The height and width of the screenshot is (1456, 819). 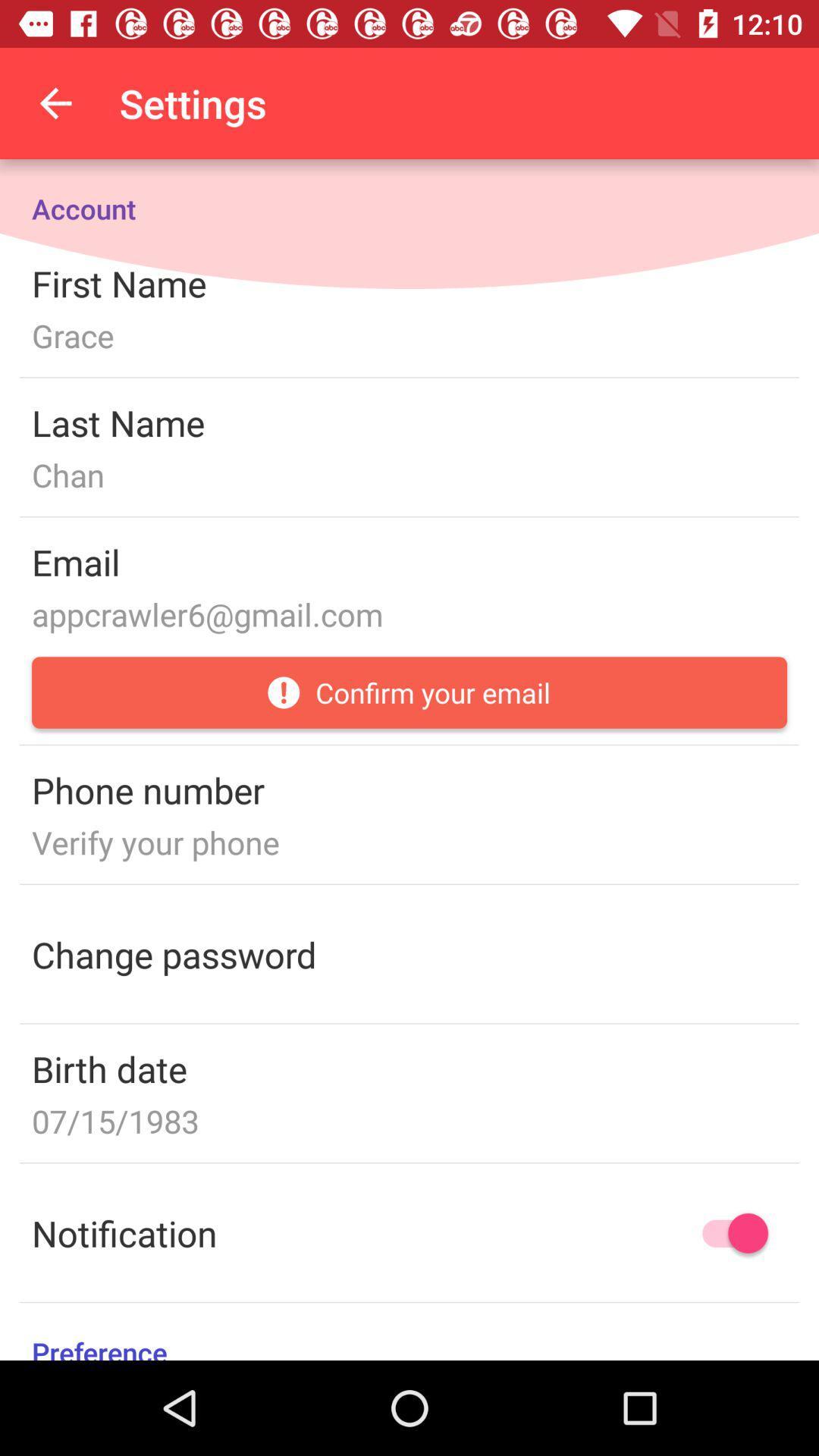 What do you see at coordinates (55, 102) in the screenshot?
I see `the item next to settings` at bounding box center [55, 102].